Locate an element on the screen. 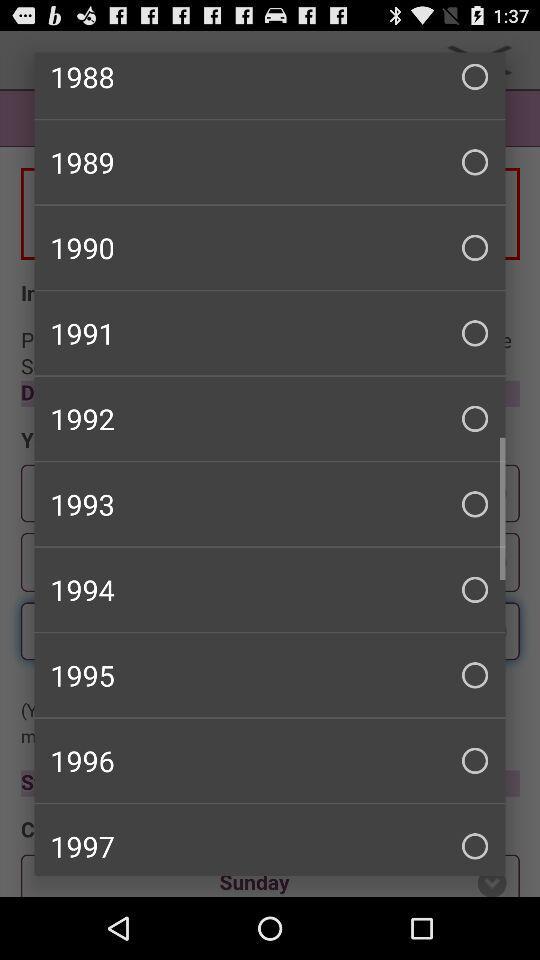 This screenshot has height=960, width=540. 1988 is located at coordinates (270, 85).